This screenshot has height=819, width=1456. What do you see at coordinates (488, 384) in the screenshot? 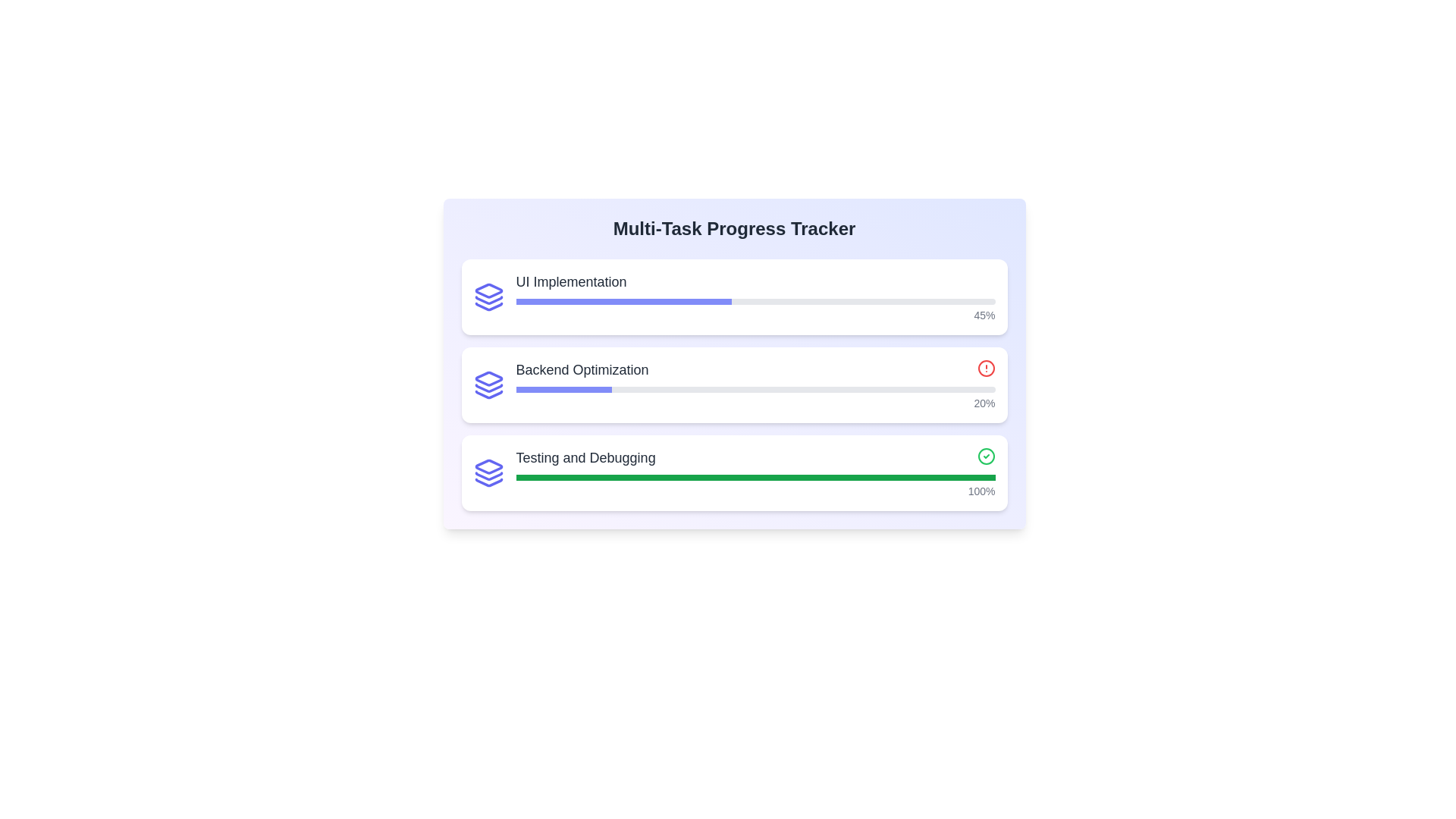
I see `the blue stack-like icon composed of three interlocked lines, located to the left of the 'Backend Optimization' progress tracking entry, near the beginning of the second progress bar` at bounding box center [488, 384].